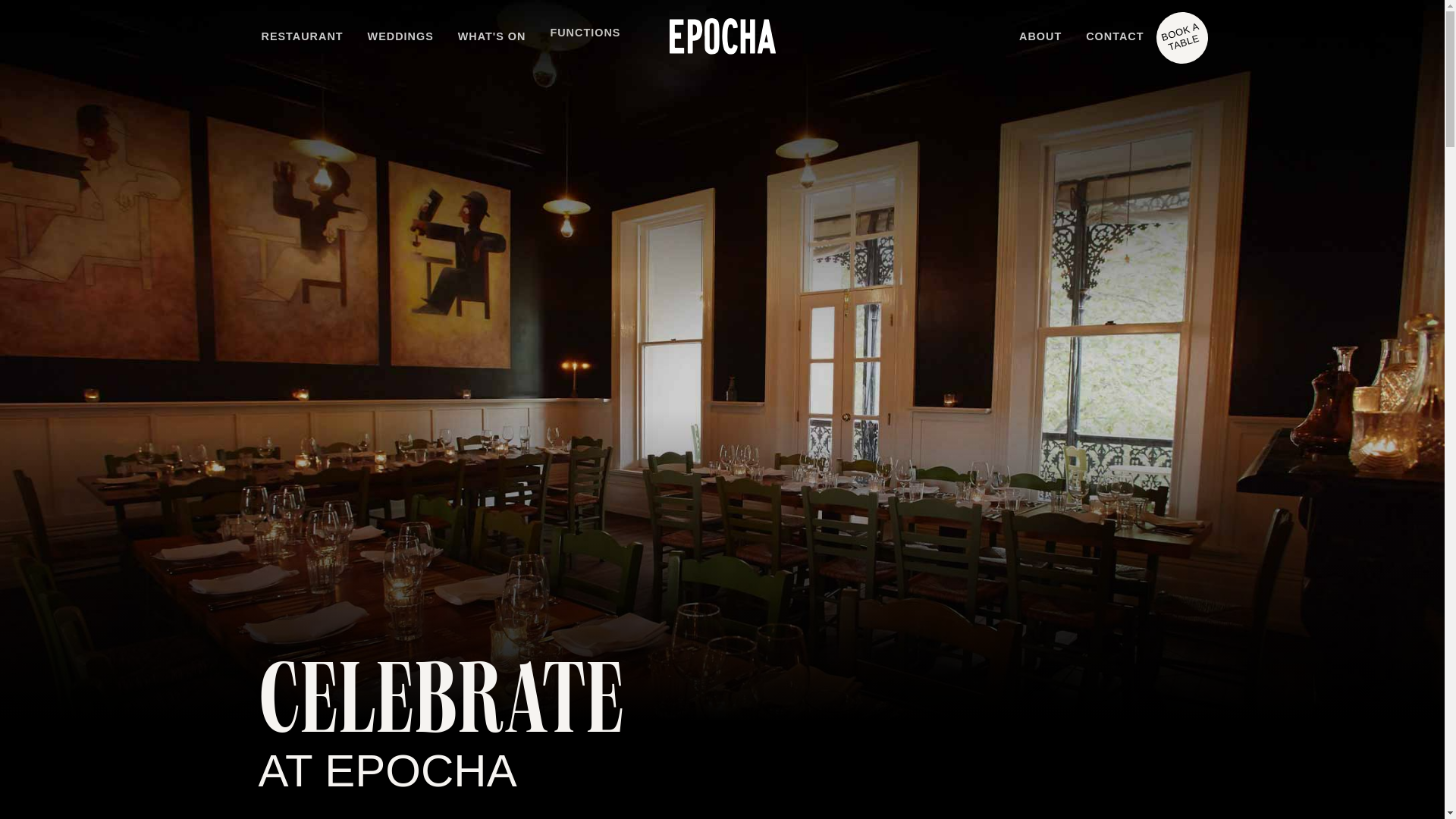 The width and height of the screenshot is (1456, 819). I want to click on 'RESTAURANT', so click(302, 37).